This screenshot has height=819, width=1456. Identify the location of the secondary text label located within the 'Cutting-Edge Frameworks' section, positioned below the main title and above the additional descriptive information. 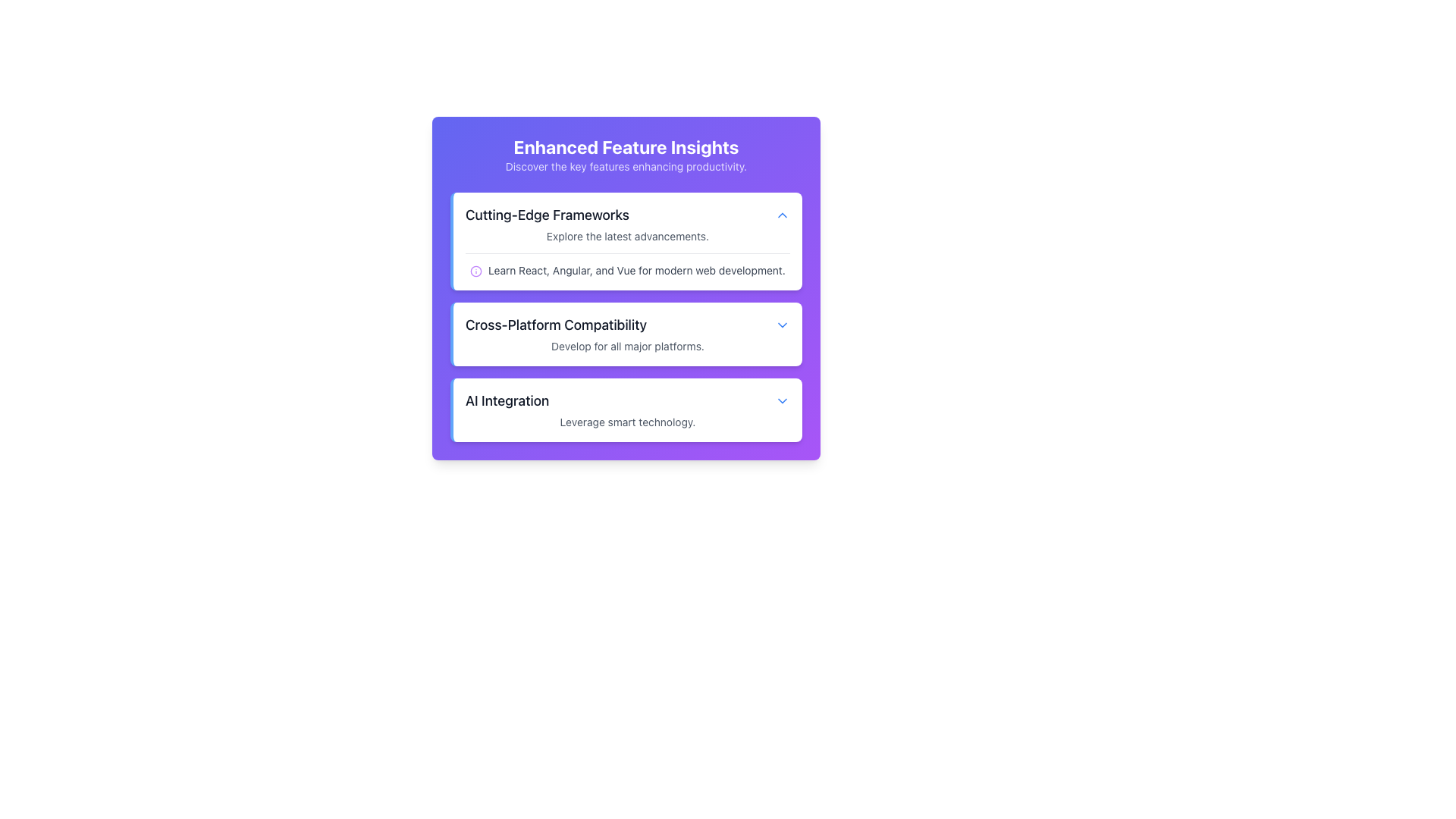
(628, 237).